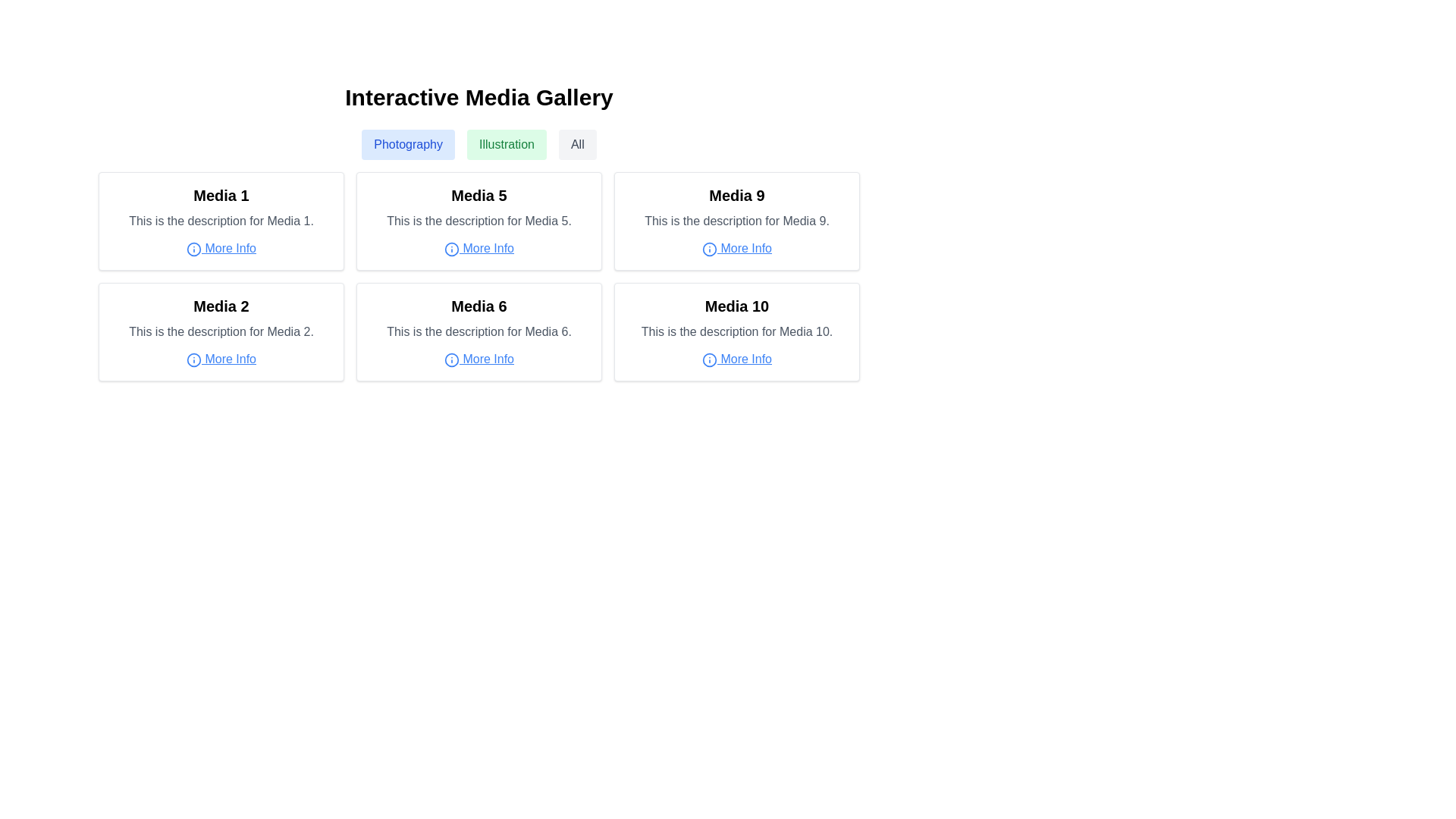 The image size is (1456, 819). What do you see at coordinates (479, 331) in the screenshot?
I see `the link within the card located in the center-right section of the grid layout, specifically in the second row and second column` at bounding box center [479, 331].